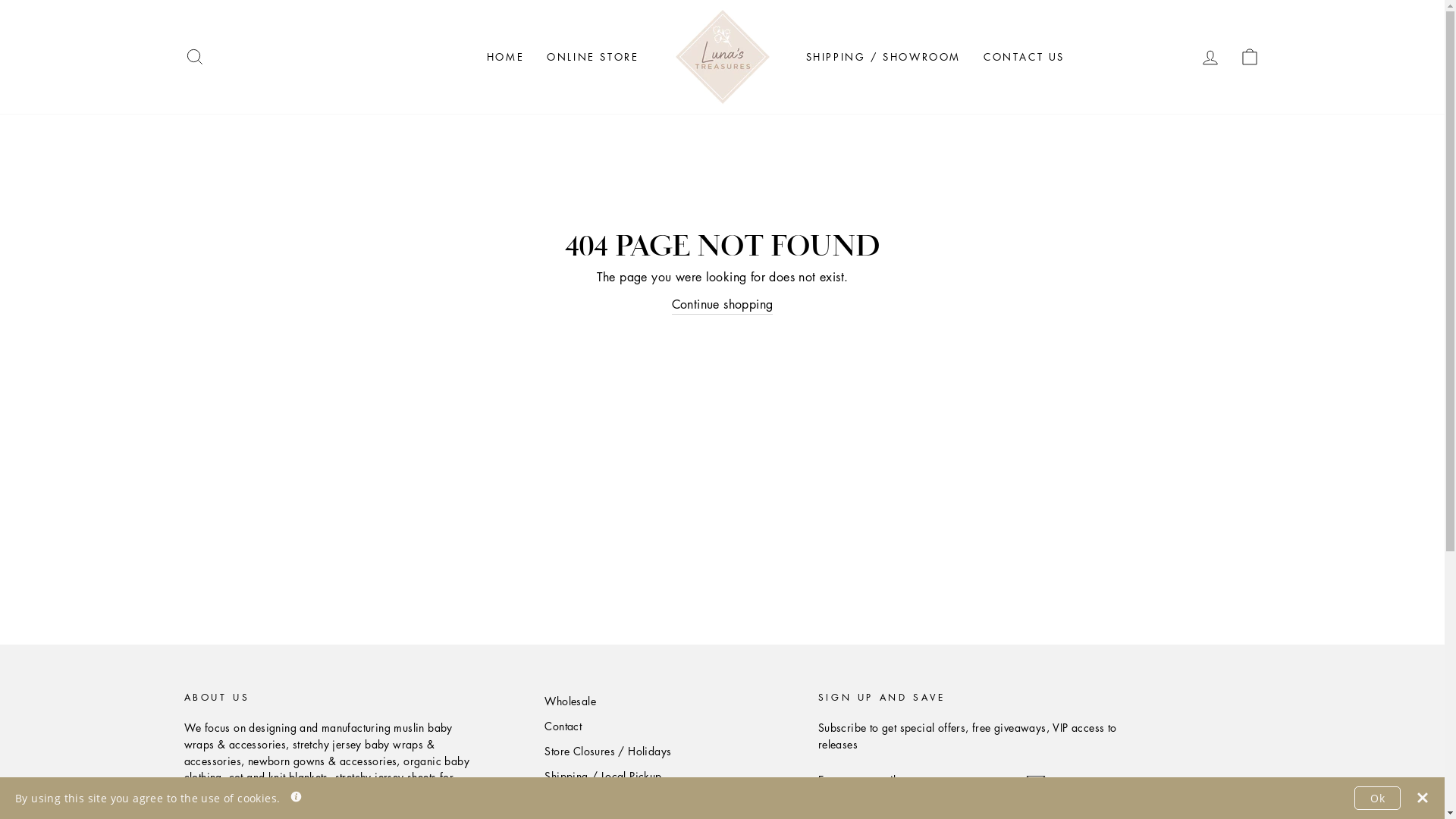  What do you see at coordinates (193, 56) in the screenshot?
I see `'SEARCH'` at bounding box center [193, 56].